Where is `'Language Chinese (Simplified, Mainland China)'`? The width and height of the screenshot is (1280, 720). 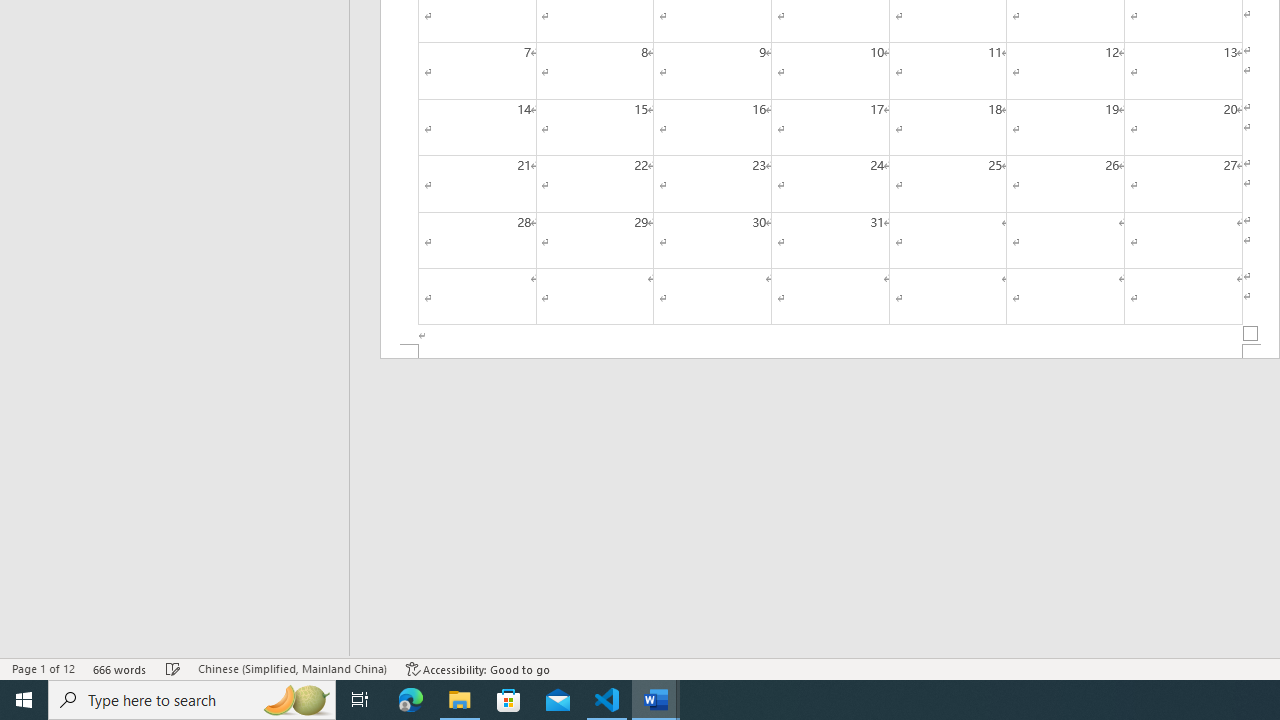 'Language Chinese (Simplified, Mainland China)' is located at coordinates (291, 669).